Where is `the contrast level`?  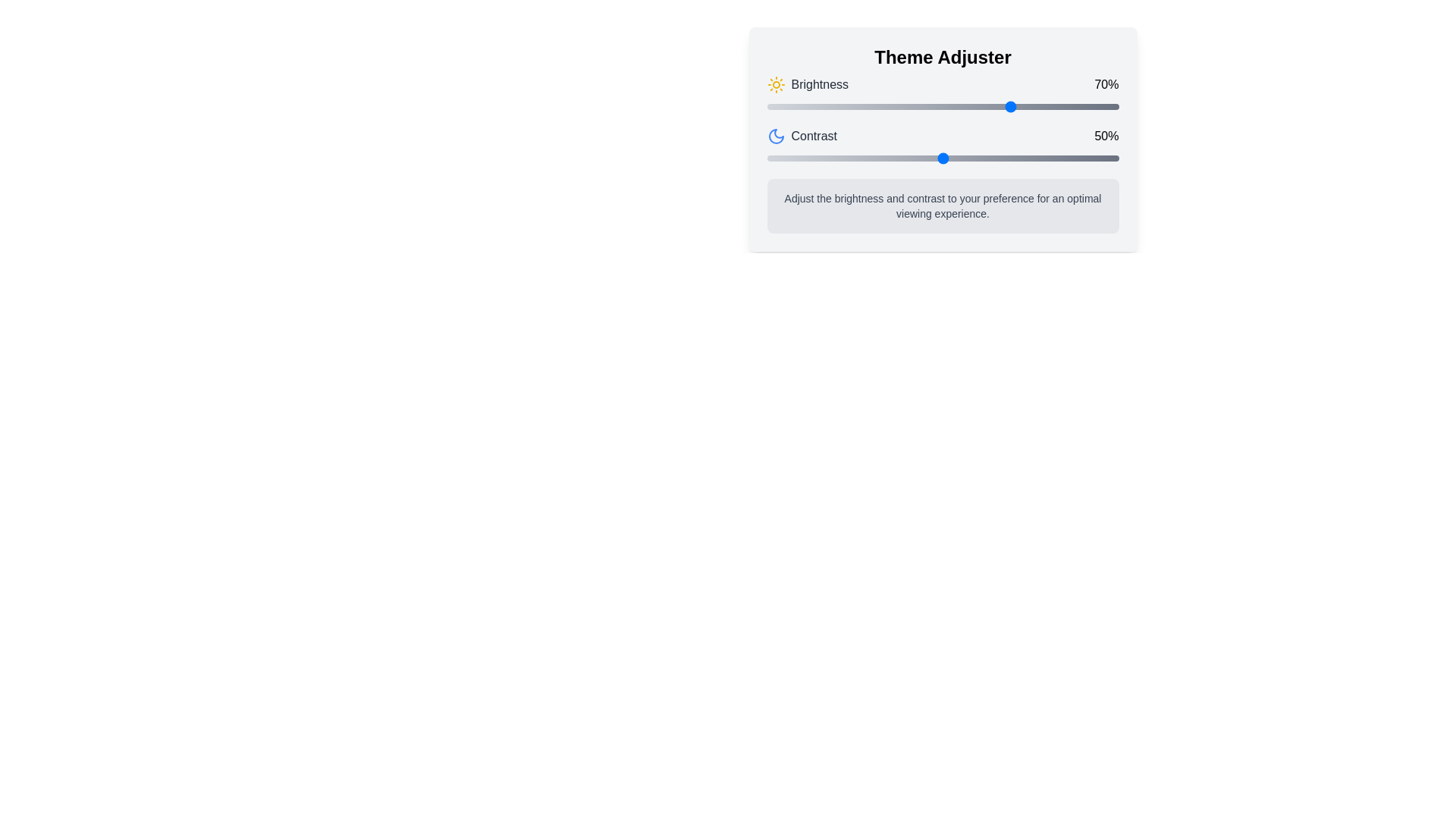 the contrast level is located at coordinates (784, 158).